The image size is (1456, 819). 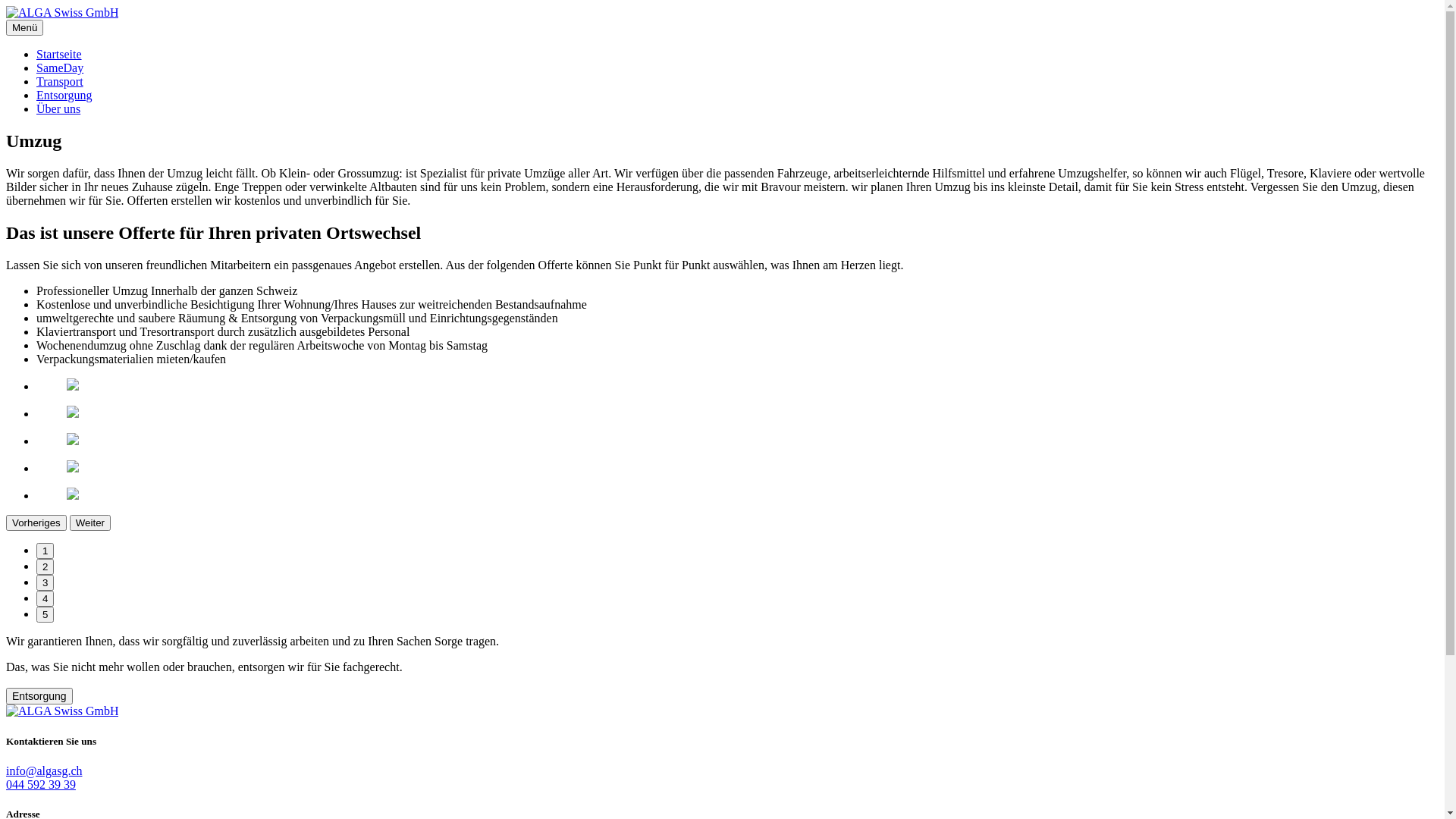 I want to click on '044 592 39 39', so click(x=6, y=784).